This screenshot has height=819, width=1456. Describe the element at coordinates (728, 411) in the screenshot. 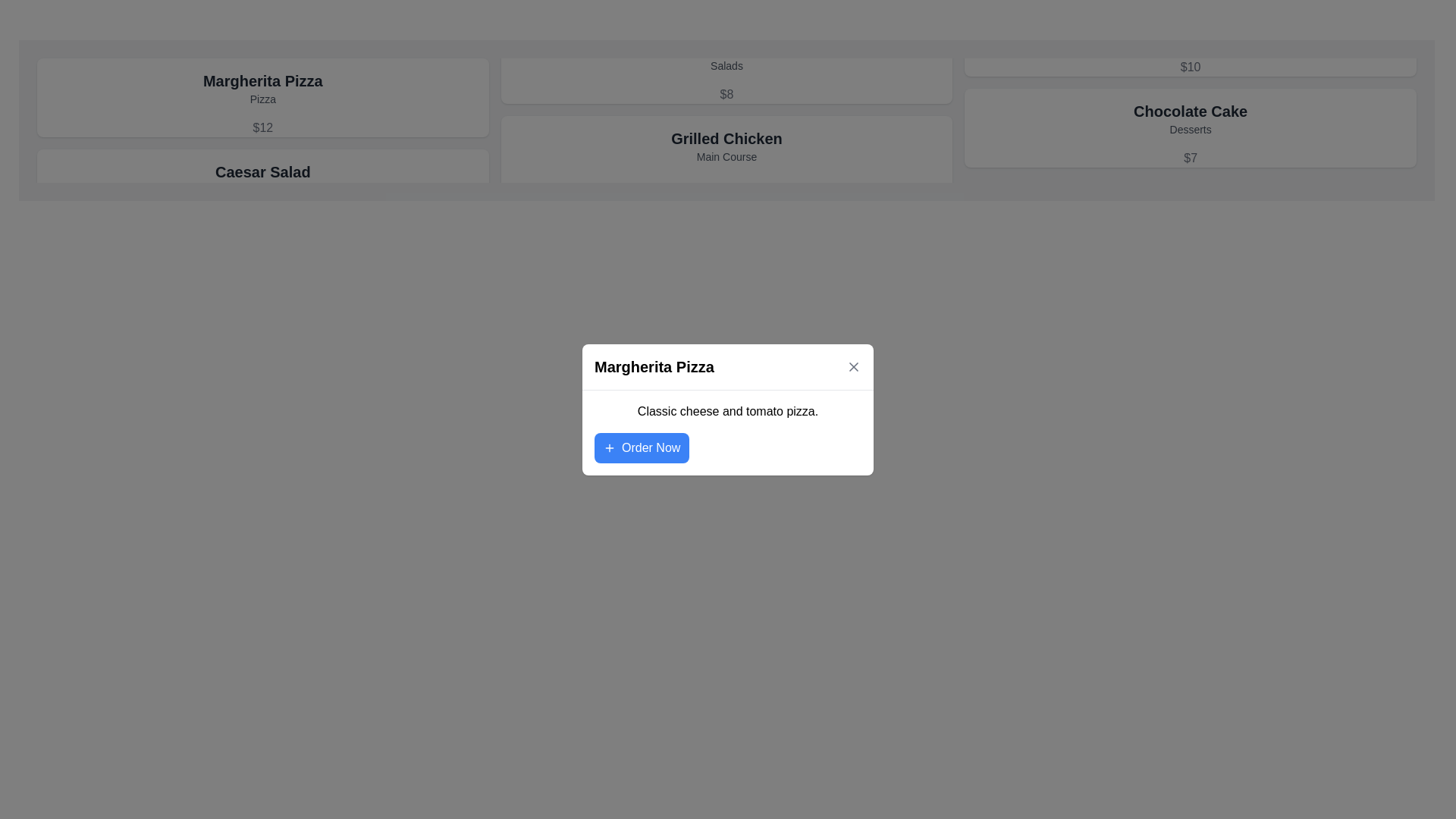

I see `the text label providing details about the 'Margherita Pizza' item, which is centrally located in the pop-up box, below the title and above the 'Order Now' button` at that location.